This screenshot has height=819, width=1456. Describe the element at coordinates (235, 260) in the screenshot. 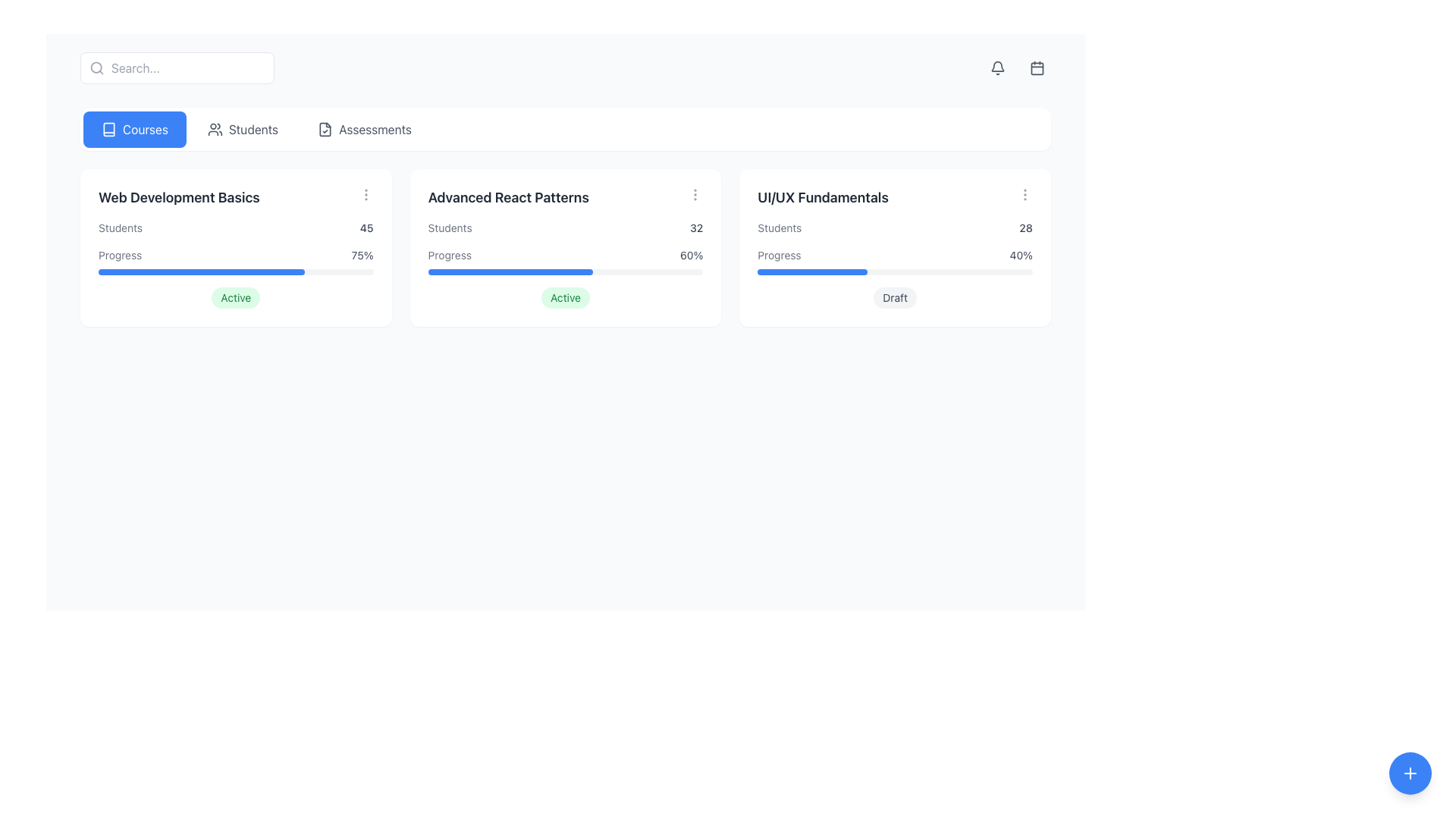

I see `the horizontal progress bar labeled 'Progress' with '75%' on the right, located within the 'Web Development Basics' card` at that location.